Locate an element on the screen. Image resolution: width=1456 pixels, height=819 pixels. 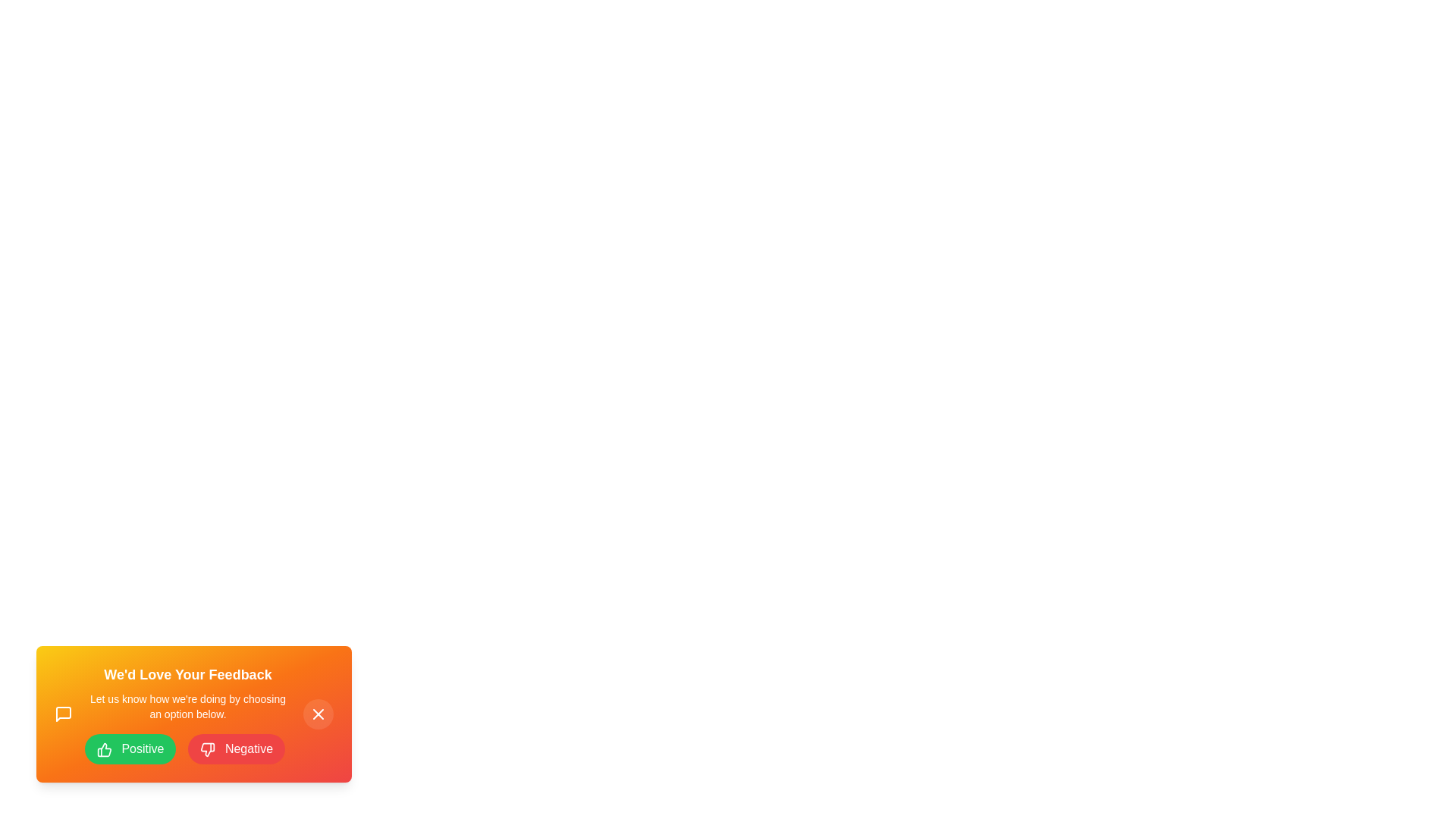
the 'Negative' button to provide feedback is located at coordinates (236, 748).